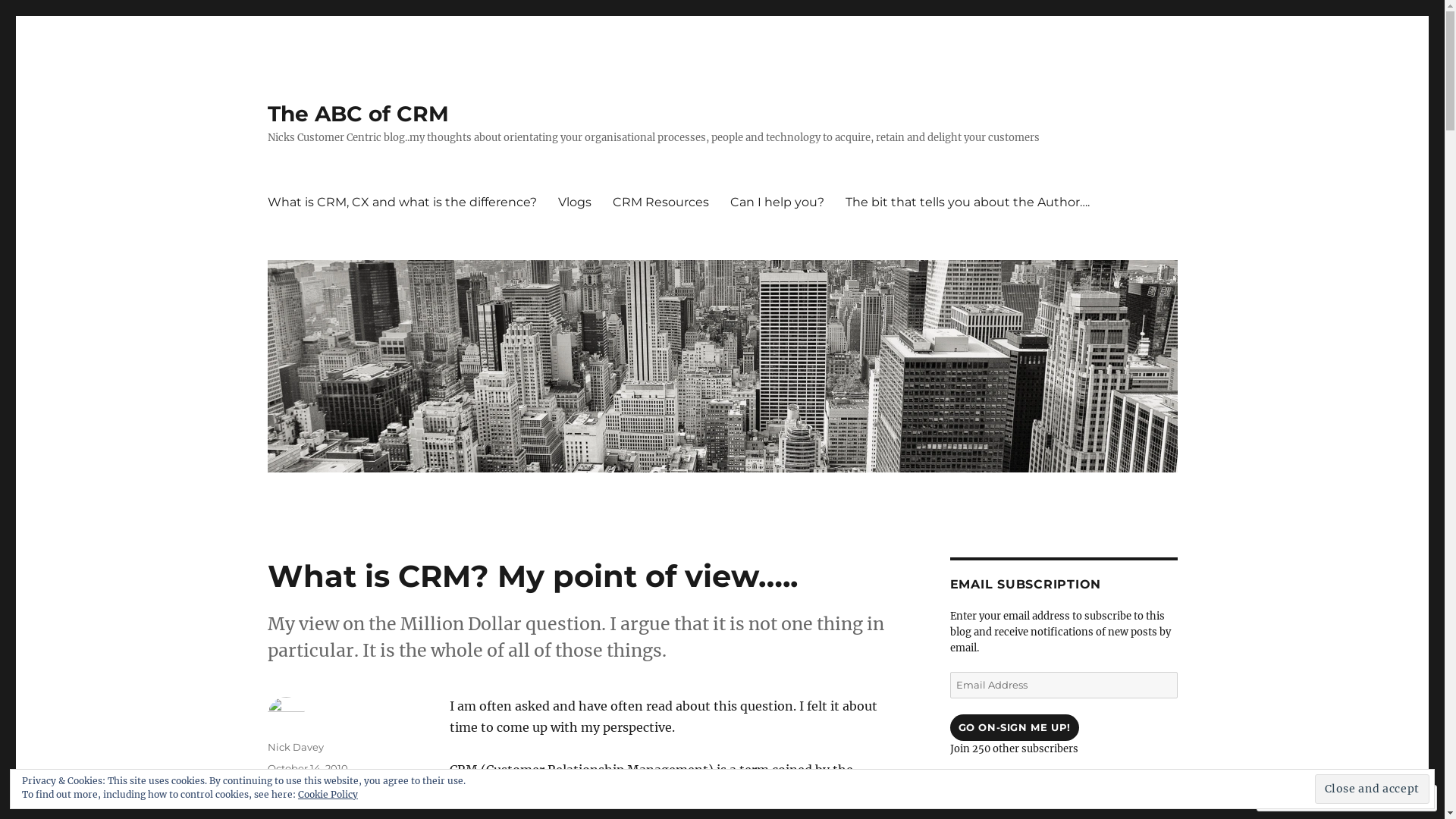 Image resolution: width=1456 pixels, height=819 pixels. I want to click on 'What is CRM, CX and what is the difference?', so click(401, 201).